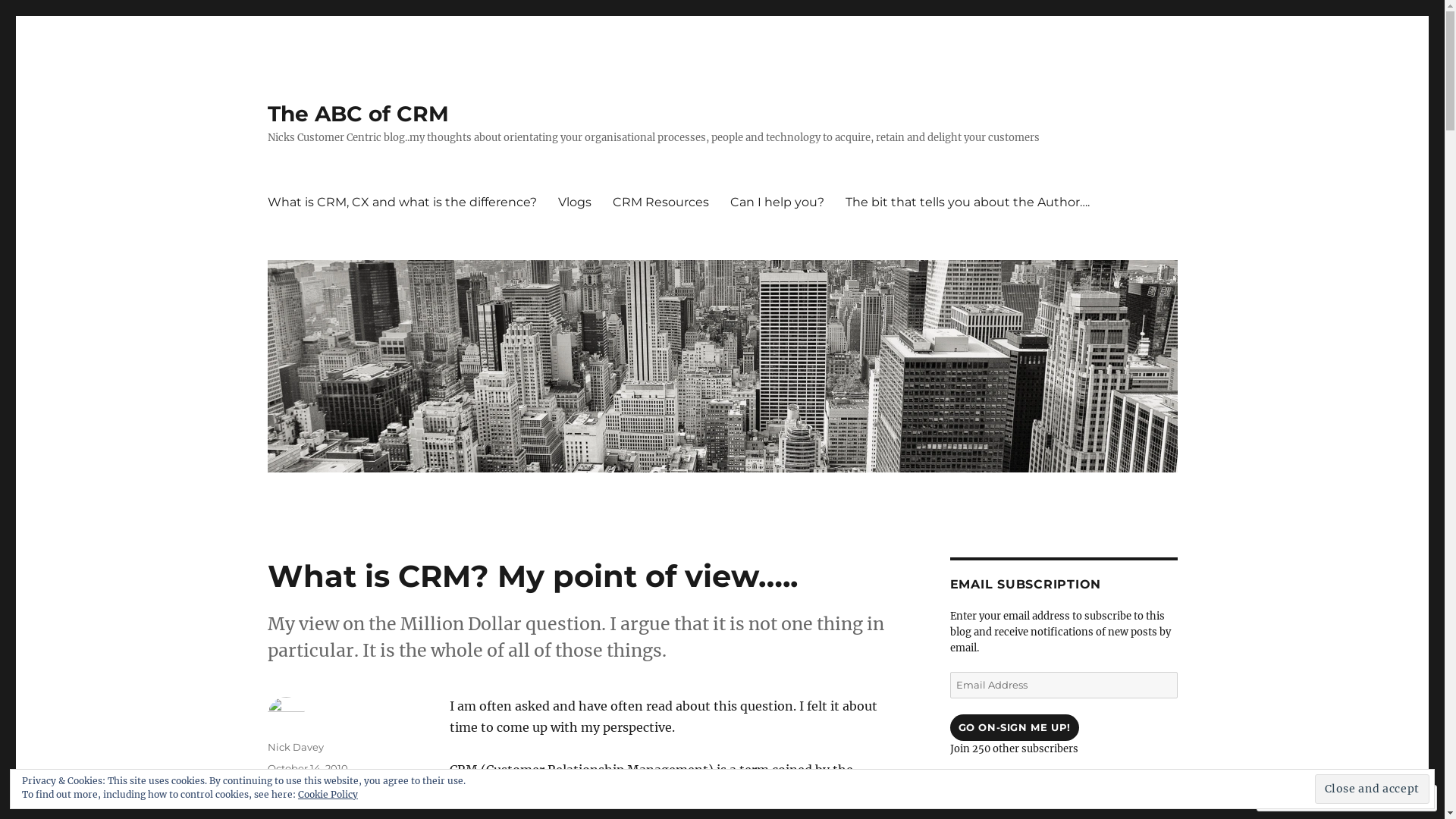 Image resolution: width=1456 pixels, height=819 pixels. I want to click on 'What is CRM, CX and what is the difference?', so click(401, 201).